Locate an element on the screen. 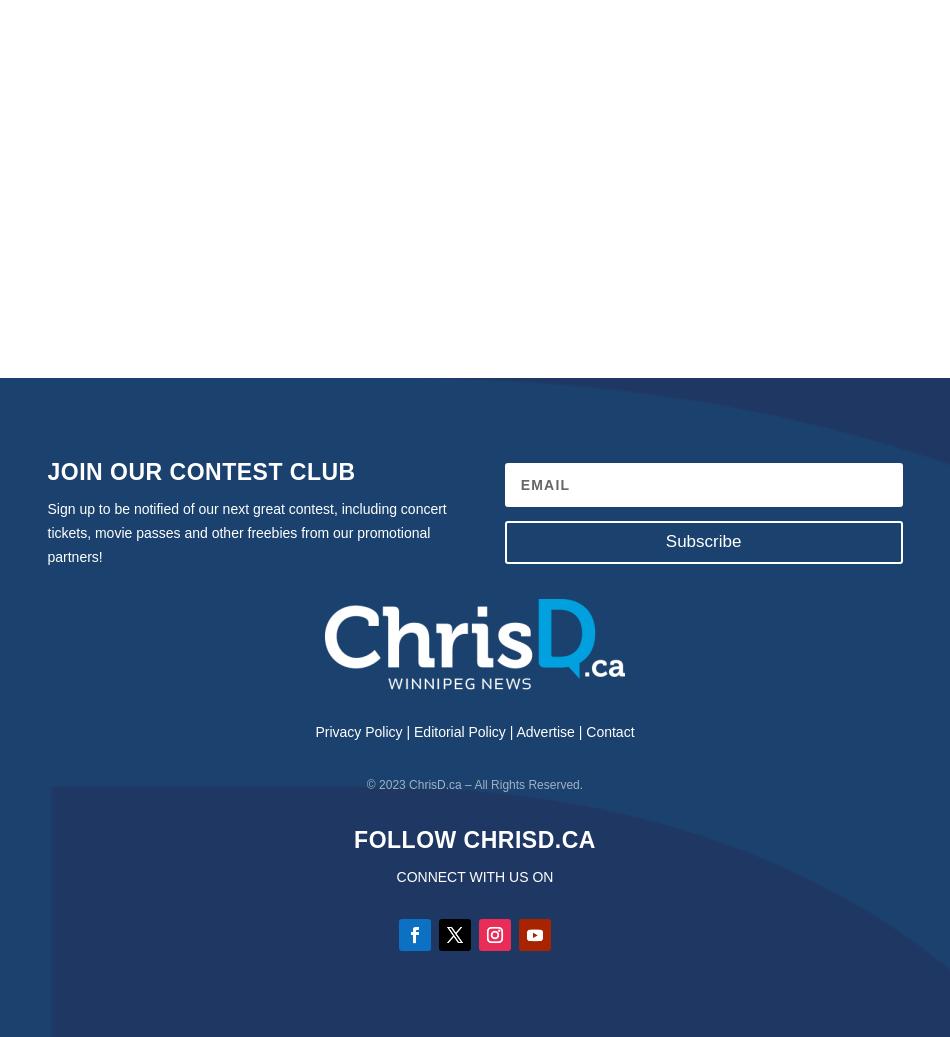 The width and height of the screenshot is (950, 1037). 'JOIN OUR CONTEST CLUB' is located at coordinates (201, 471).